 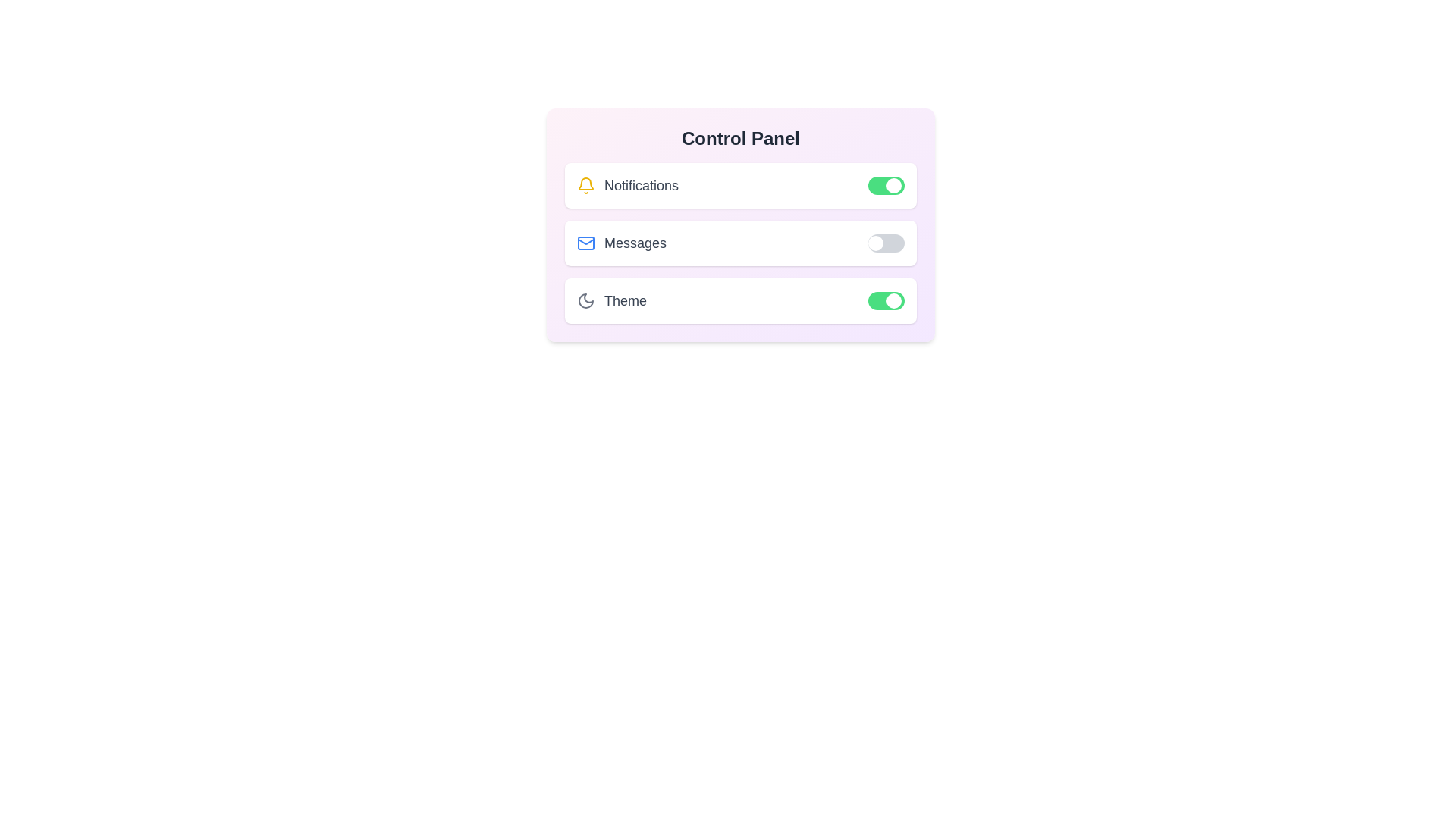 What do you see at coordinates (894, 301) in the screenshot?
I see `the small circular knob of the toggle switch located on the right side of the green toggle switch in the last row of the control panel labeled 'Theme'` at bounding box center [894, 301].